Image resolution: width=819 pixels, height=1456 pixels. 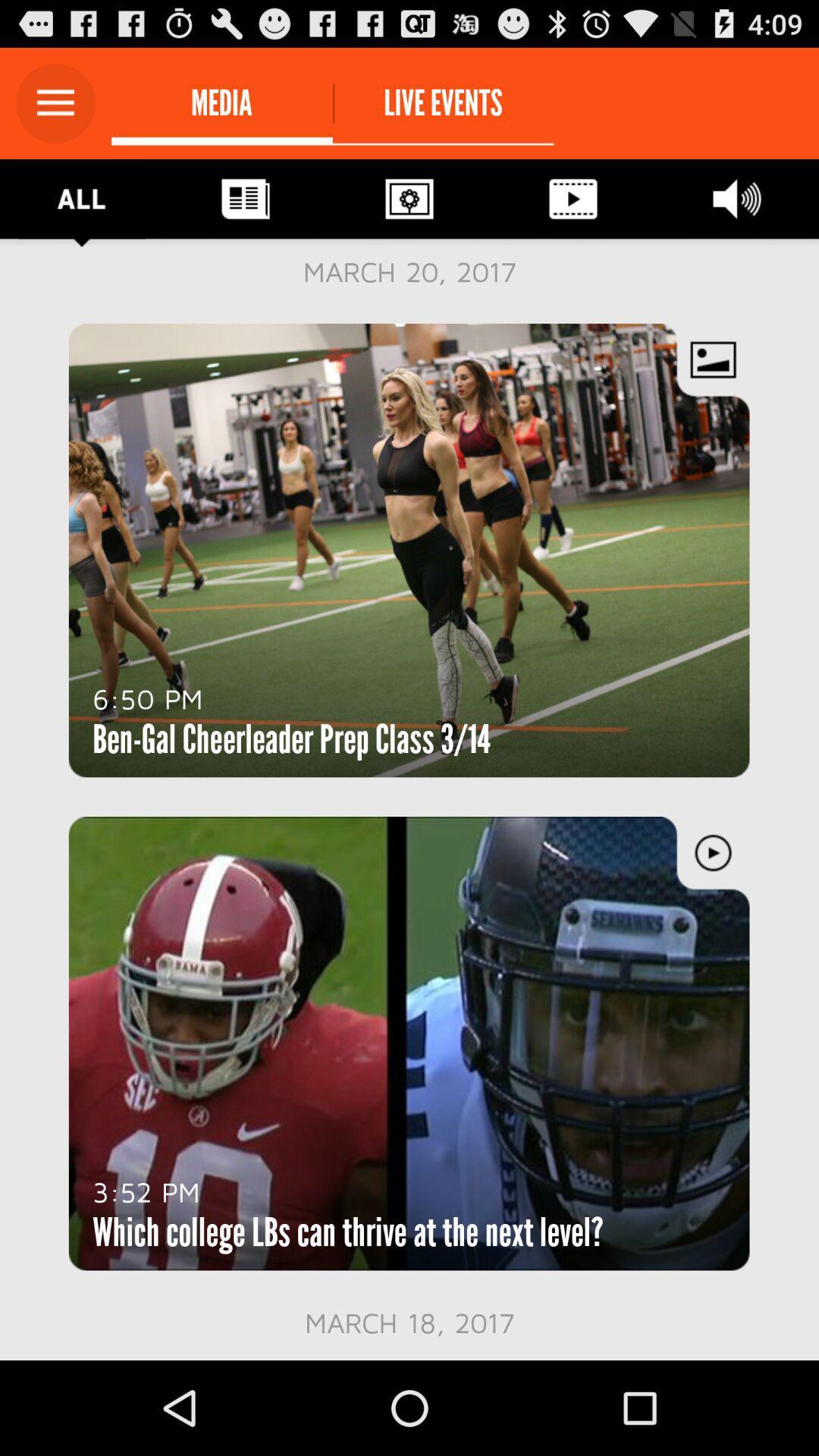 I want to click on the which college lbs, so click(x=348, y=1232).